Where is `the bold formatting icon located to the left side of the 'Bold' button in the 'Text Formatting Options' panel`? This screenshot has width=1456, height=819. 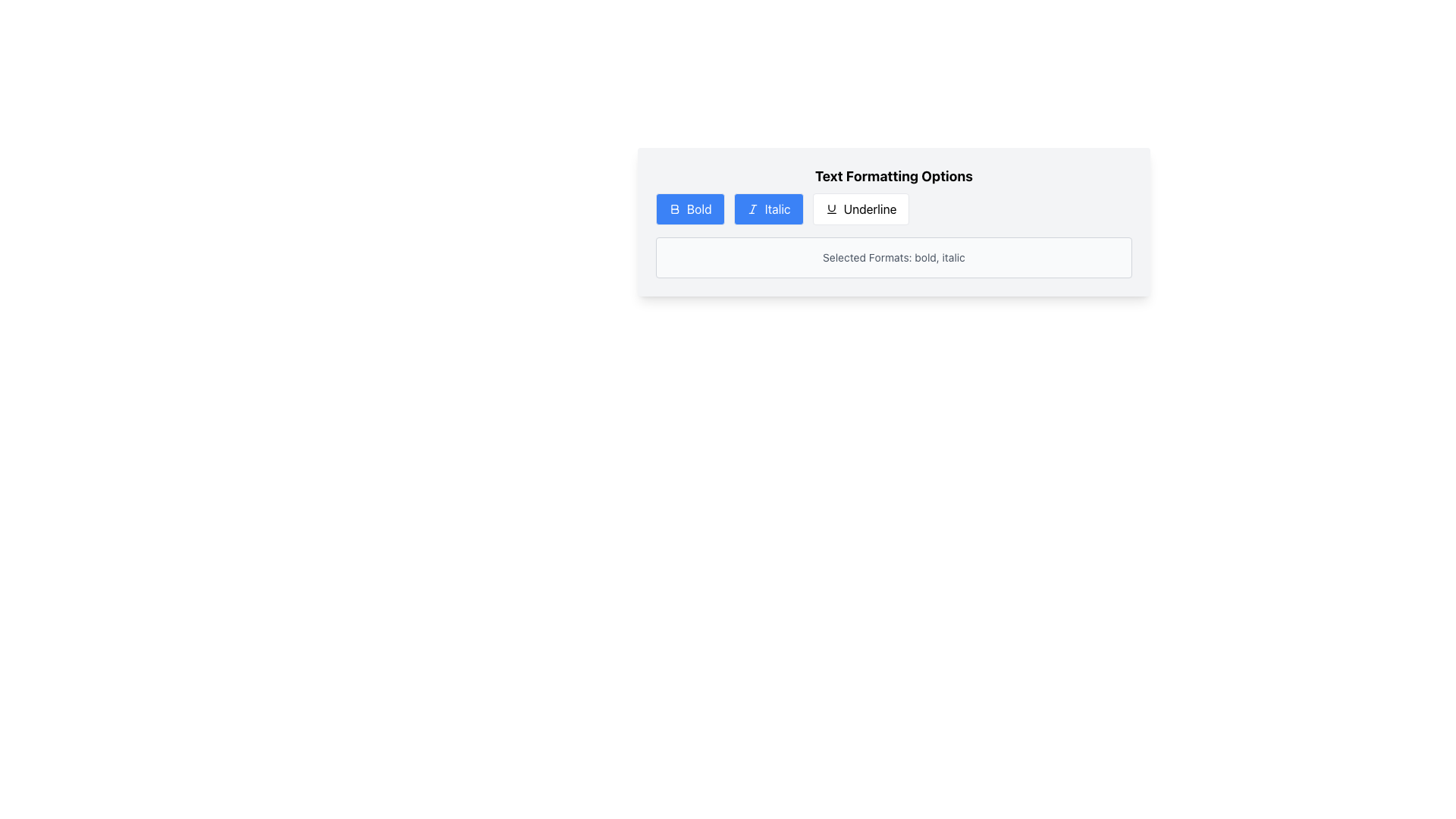
the bold formatting icon located to the left side of the 'Bold' button in the 'Text Formatting Options' panel is located at coordinates (673, 209).